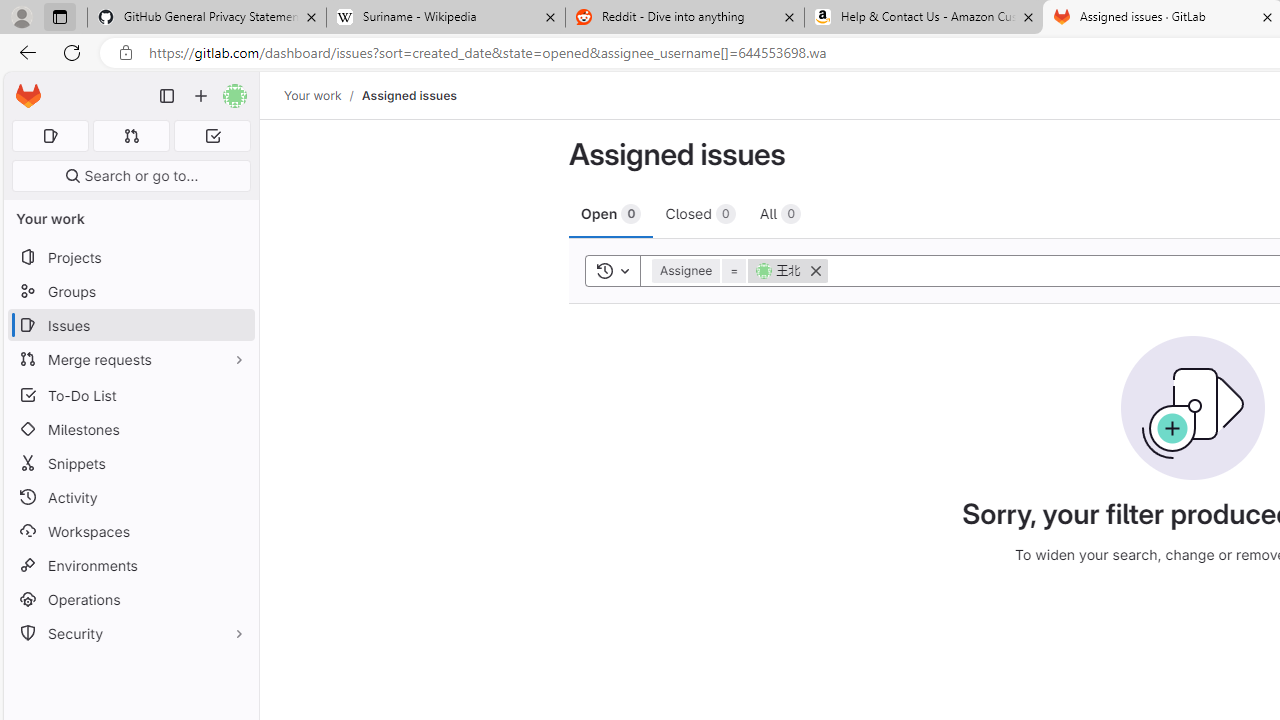  I want to click on 'Merge requests', so click(130, 358).